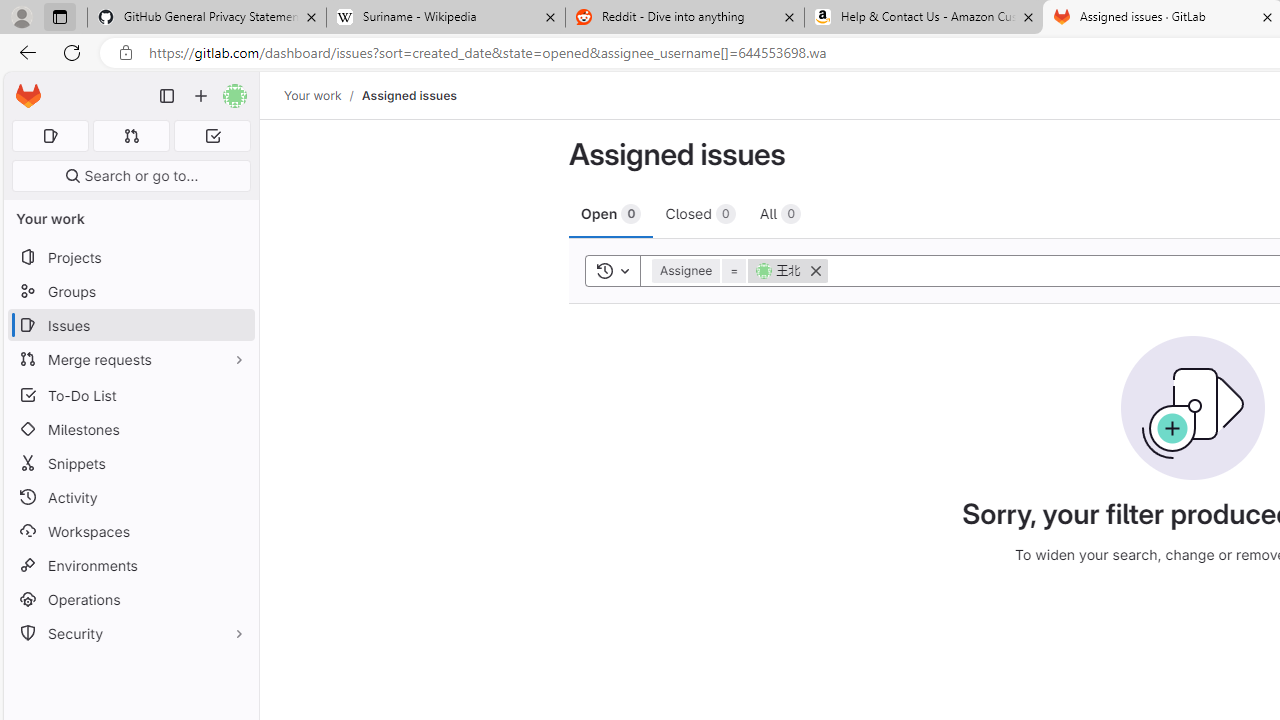  I want to click on 'Merge requests', so click(130, 358).